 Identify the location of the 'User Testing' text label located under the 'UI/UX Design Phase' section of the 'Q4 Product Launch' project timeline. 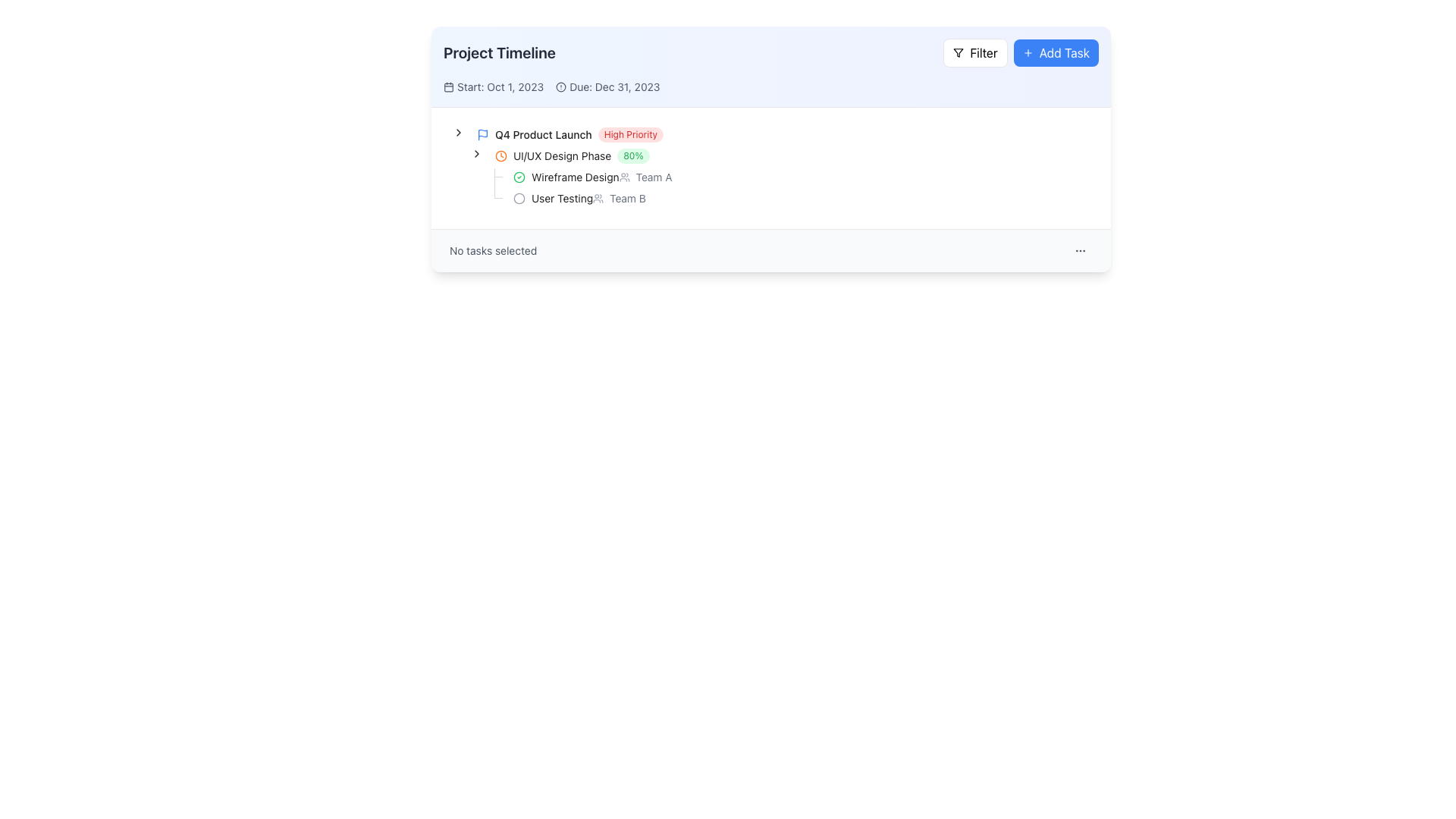
(561, 198).